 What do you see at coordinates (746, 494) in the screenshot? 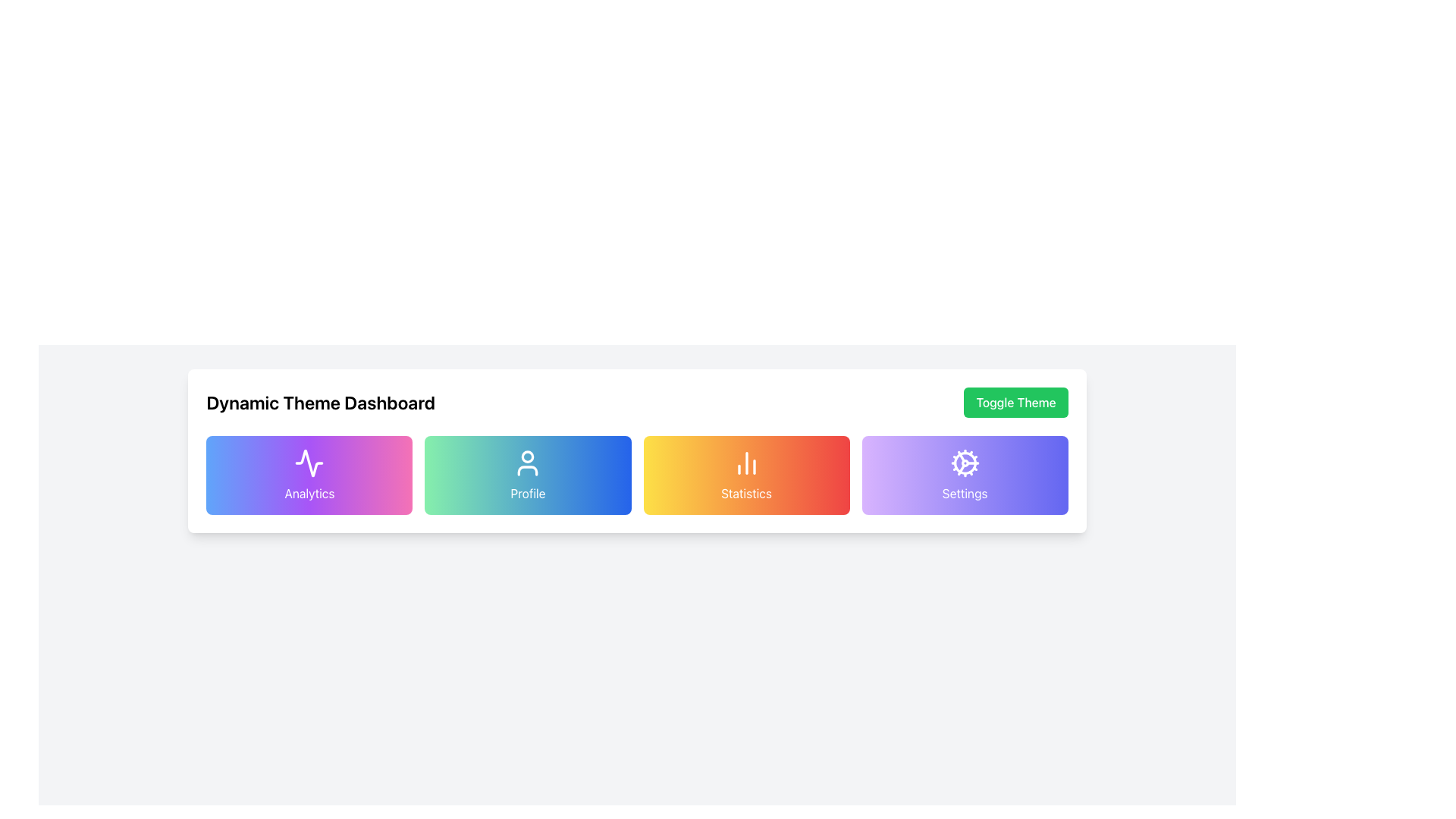
I see `text label located at the bottom center of the card that provides information related to 'Statistics.'` at bounding box center [746, 494].